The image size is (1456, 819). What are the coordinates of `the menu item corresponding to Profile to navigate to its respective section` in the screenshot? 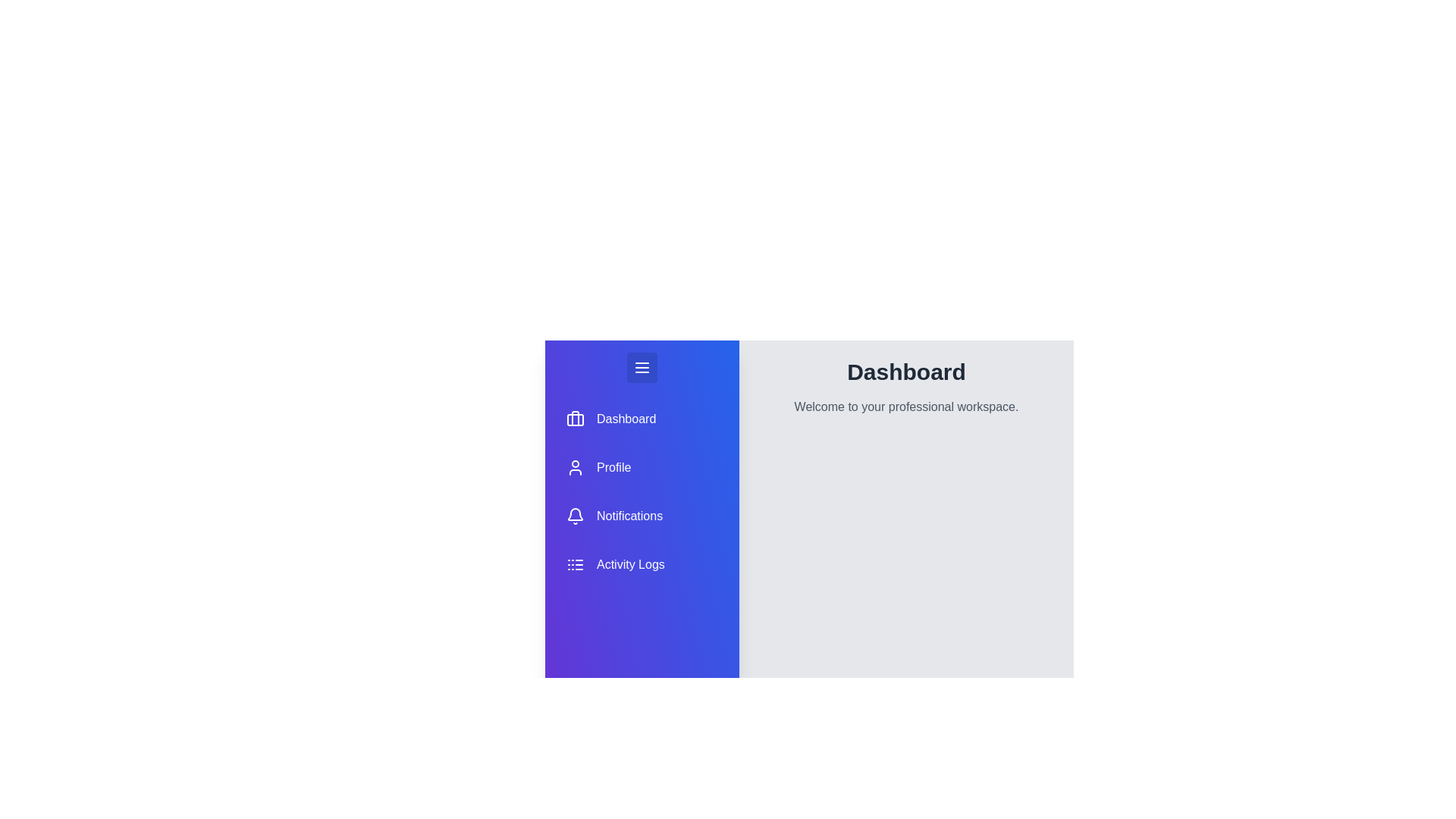 It's located at (642, 467).